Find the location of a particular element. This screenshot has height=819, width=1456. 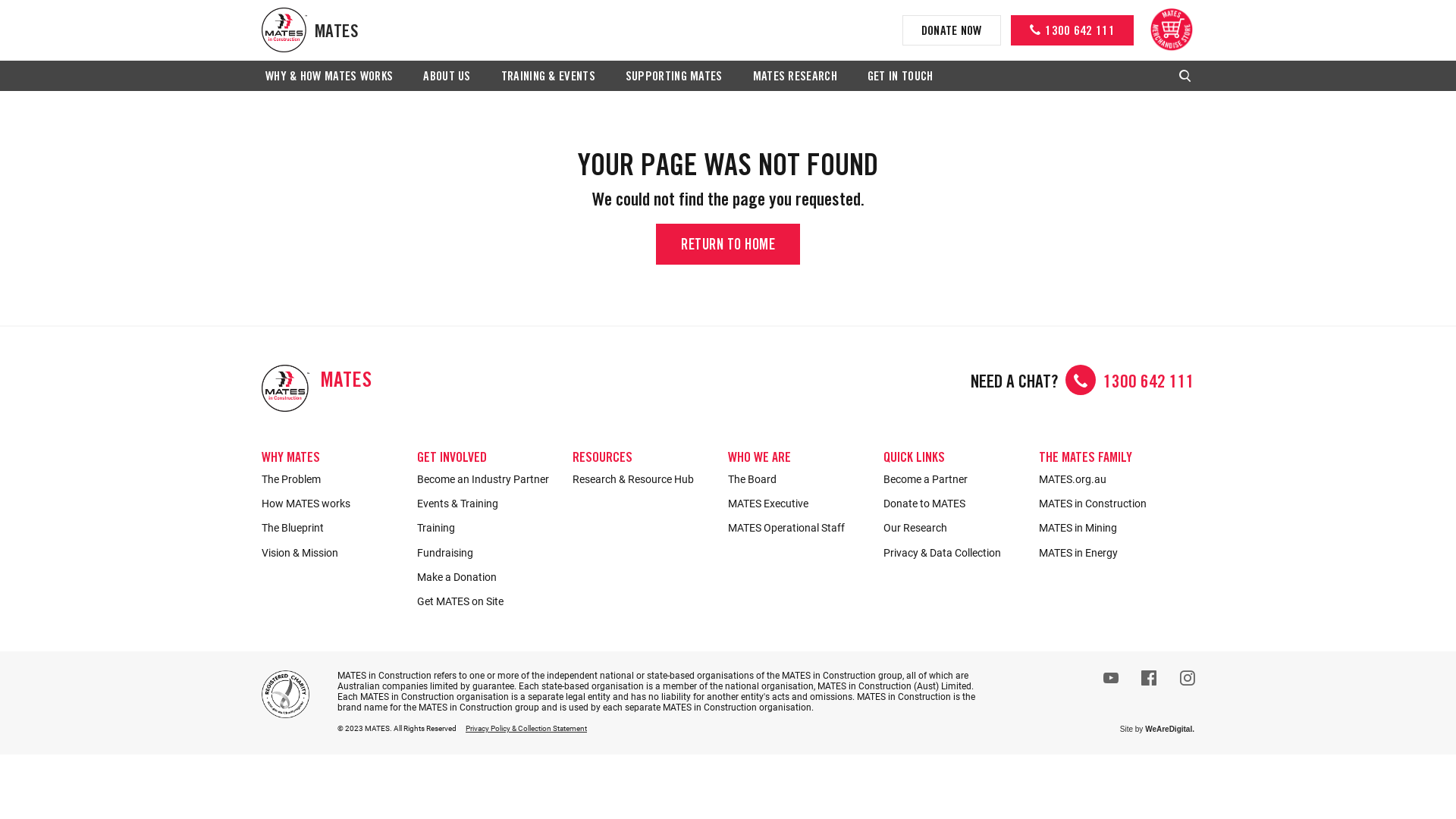

'WHY & HOW MATES WORKS' is located at coordinates (262, 77).